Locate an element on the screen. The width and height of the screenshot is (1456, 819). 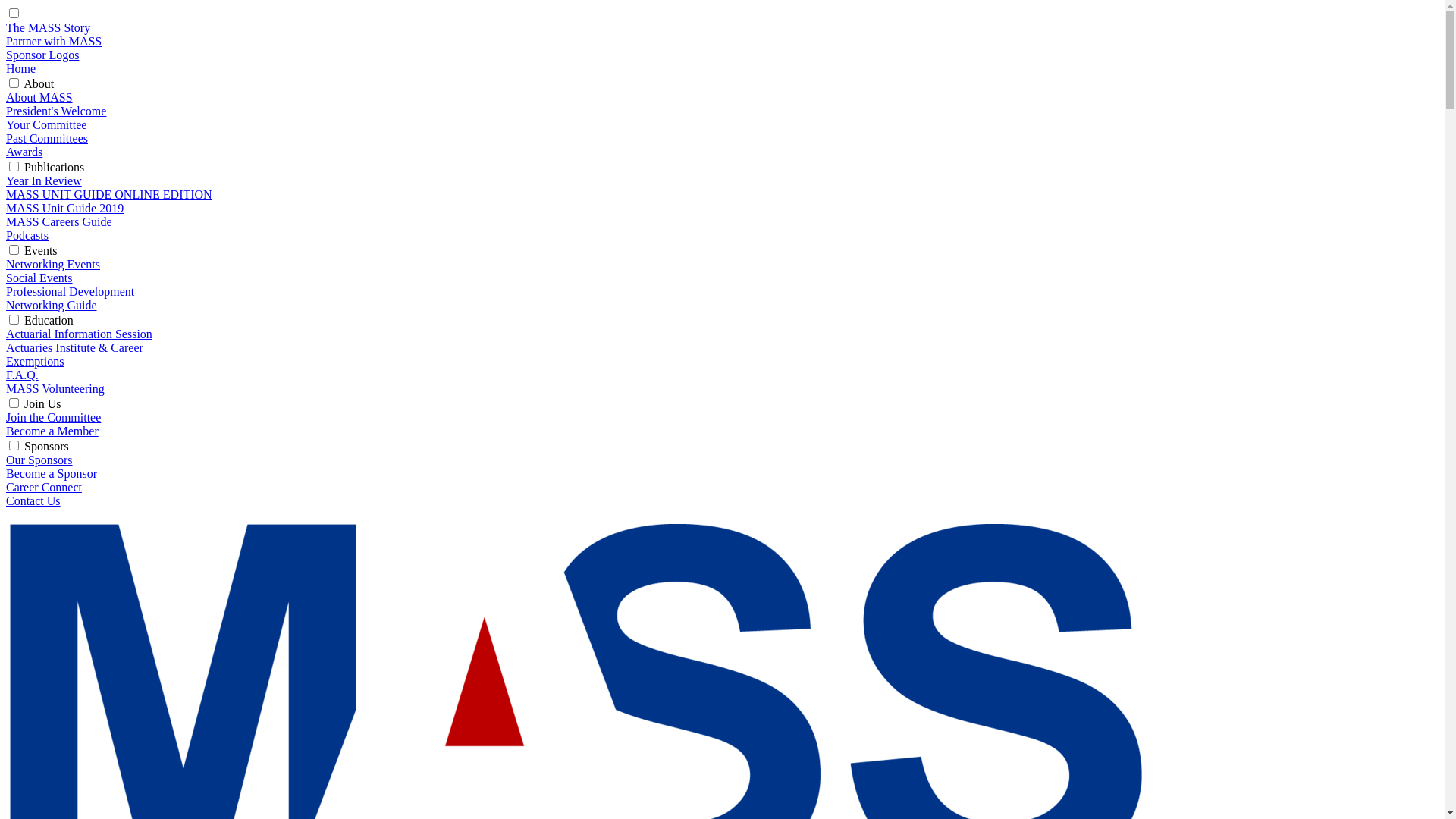
'Actuaries Institute & Career' is located at coordinates (74, 347).